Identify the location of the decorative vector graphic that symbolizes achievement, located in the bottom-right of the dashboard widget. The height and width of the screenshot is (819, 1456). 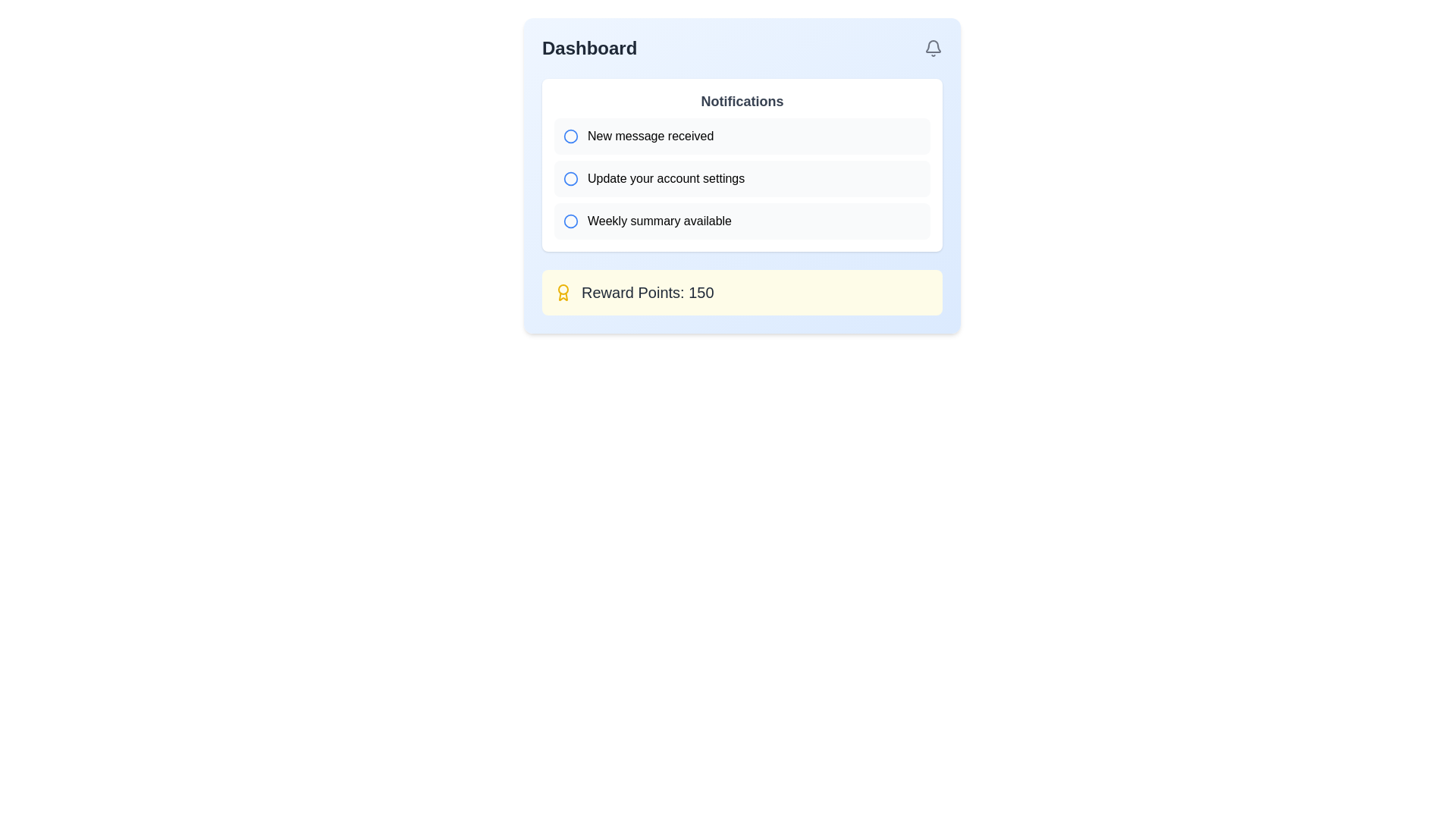
(563, 297).